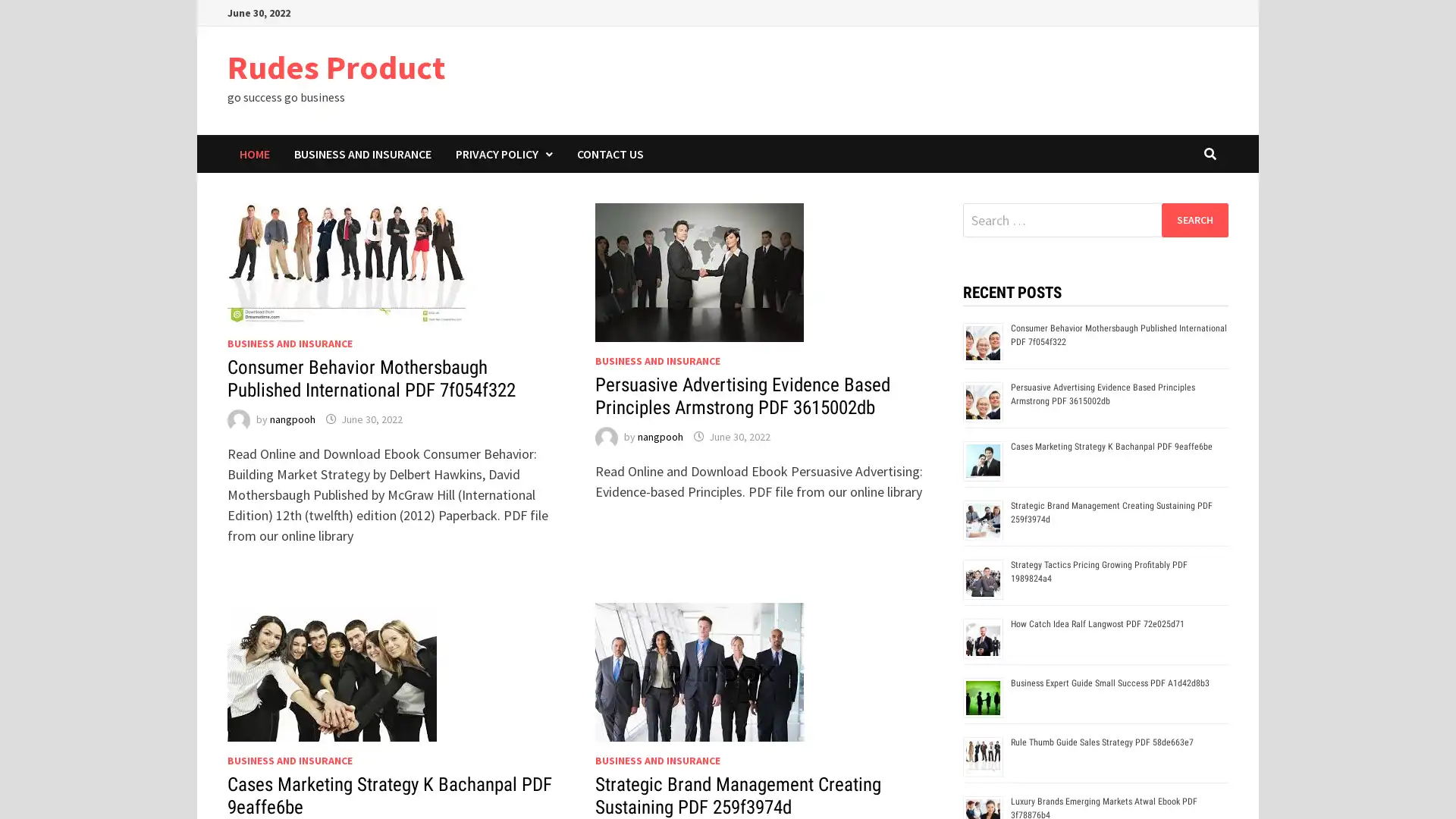 The height and width of the screenshot is (819, 1456). What do you see at coordinates (1194, 219) in the screenshot?
I see `Search` at bounding box center [1194, 219].